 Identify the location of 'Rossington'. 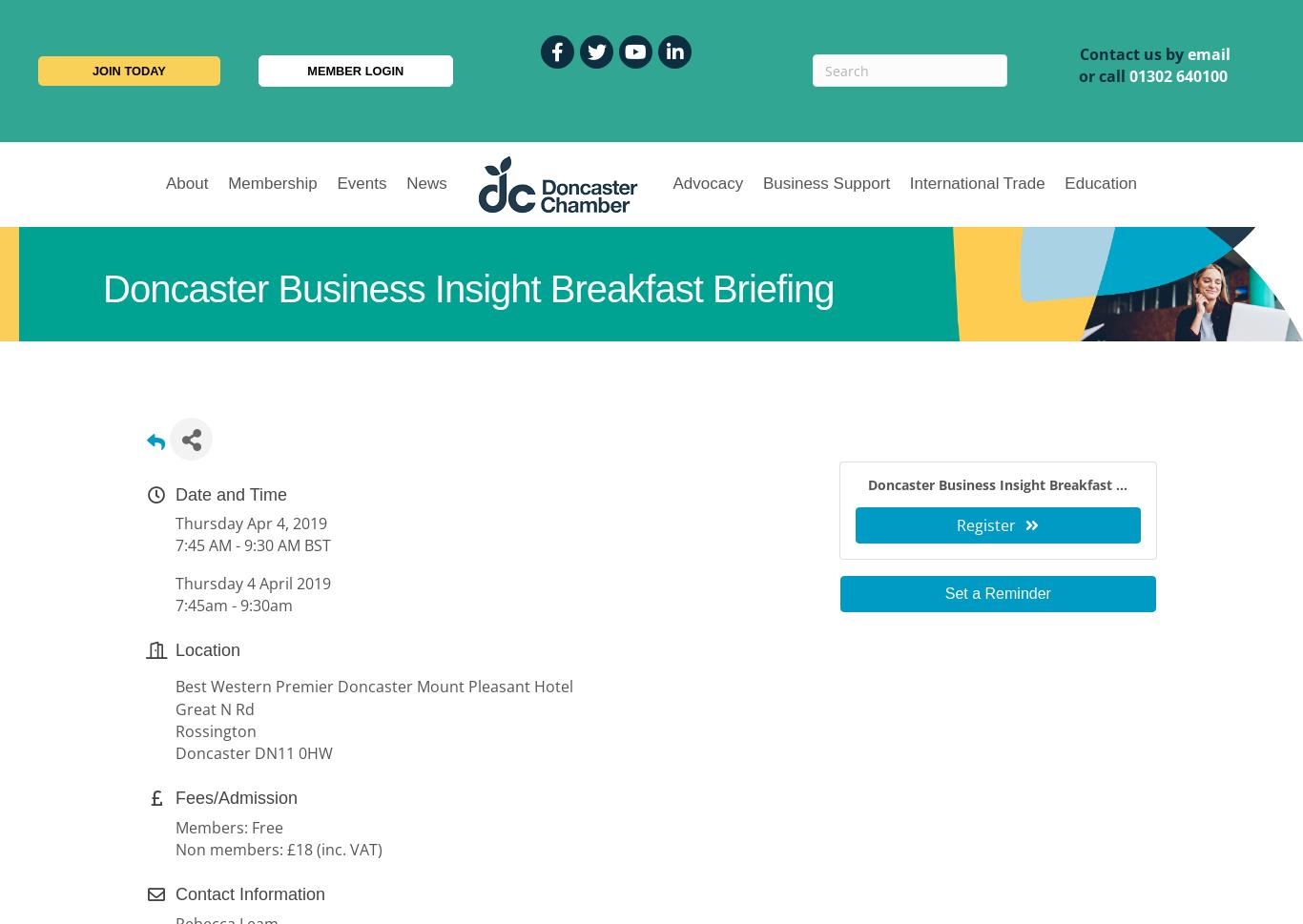
(215, 729).